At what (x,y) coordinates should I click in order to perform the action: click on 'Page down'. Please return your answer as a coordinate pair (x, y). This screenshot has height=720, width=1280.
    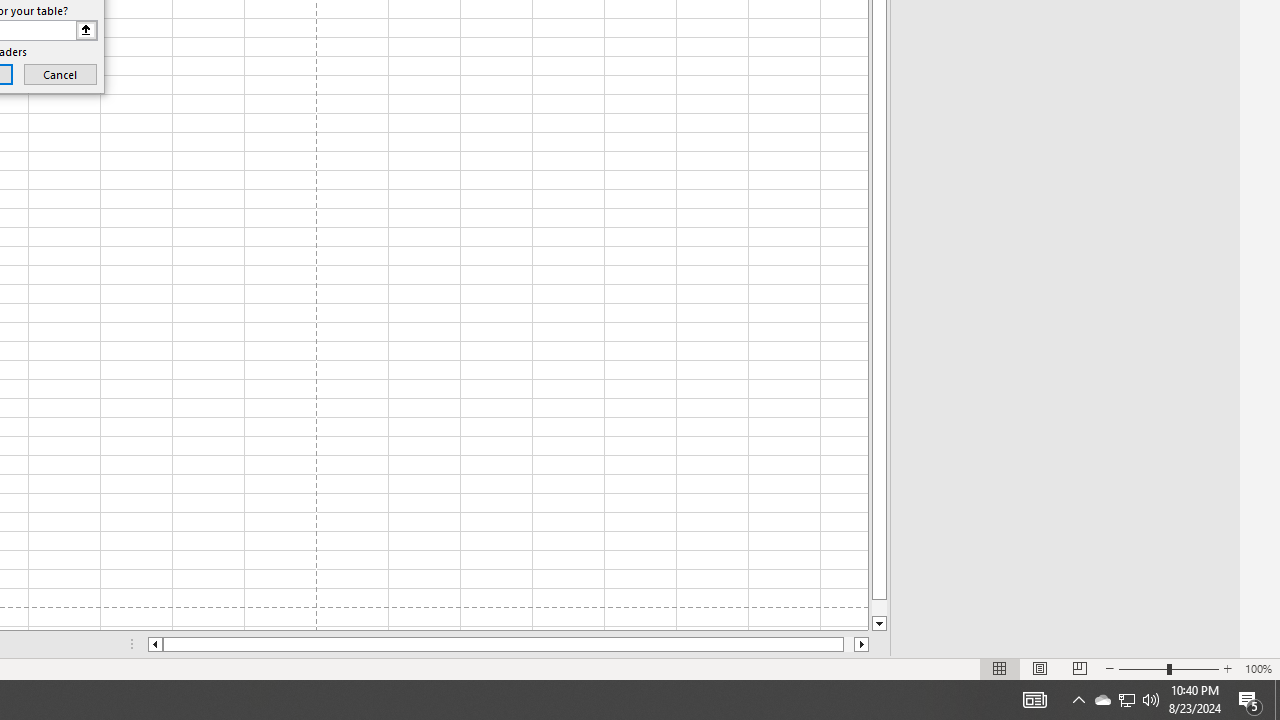
    Looking at the image, I should click on (879, 607).